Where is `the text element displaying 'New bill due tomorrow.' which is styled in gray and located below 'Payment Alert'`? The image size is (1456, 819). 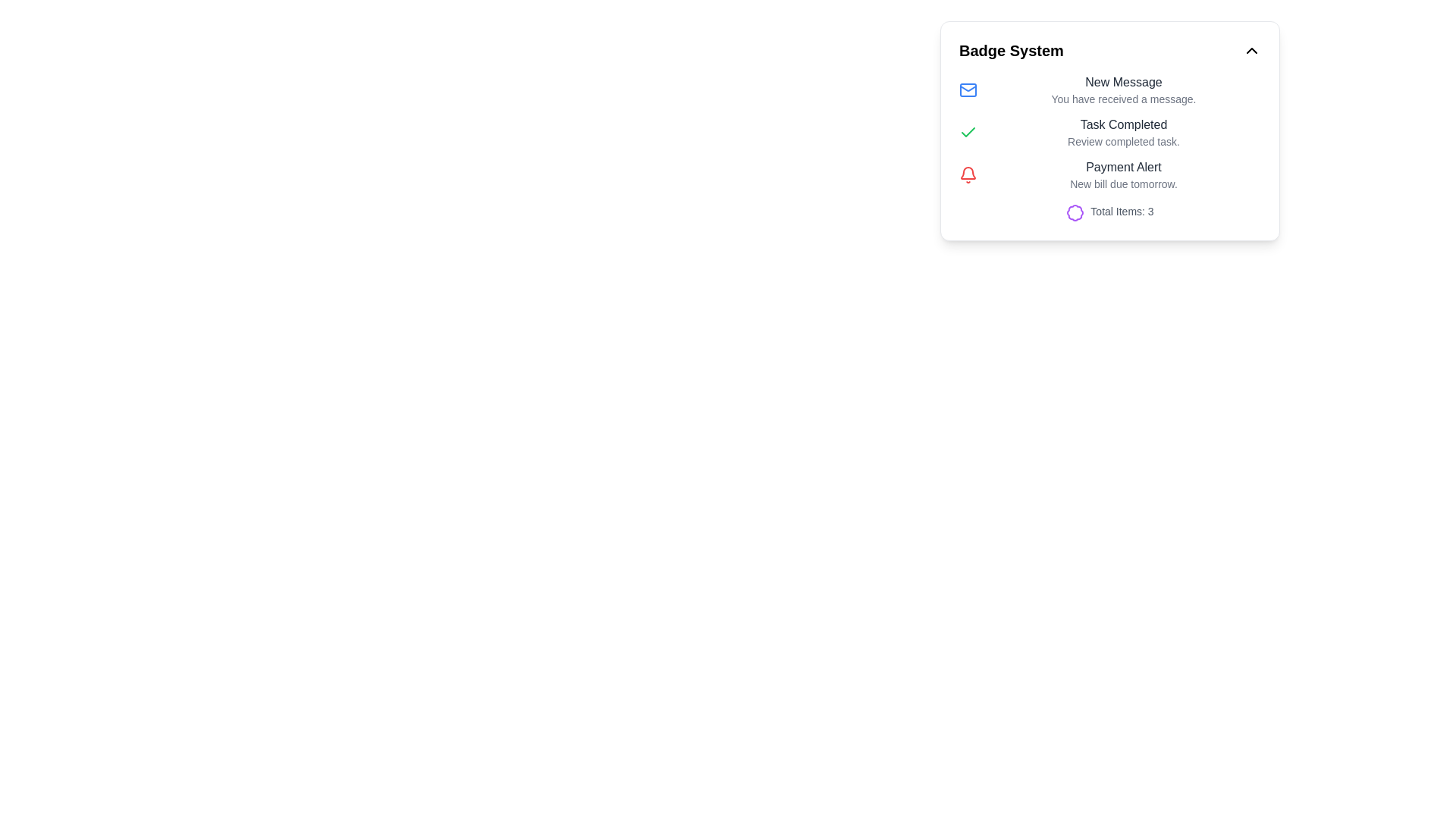
the text element displaying 'New bill due tomorrow.' which is styled in gray and located below 'Payment Alert' is located at coordinates (1124, 184).